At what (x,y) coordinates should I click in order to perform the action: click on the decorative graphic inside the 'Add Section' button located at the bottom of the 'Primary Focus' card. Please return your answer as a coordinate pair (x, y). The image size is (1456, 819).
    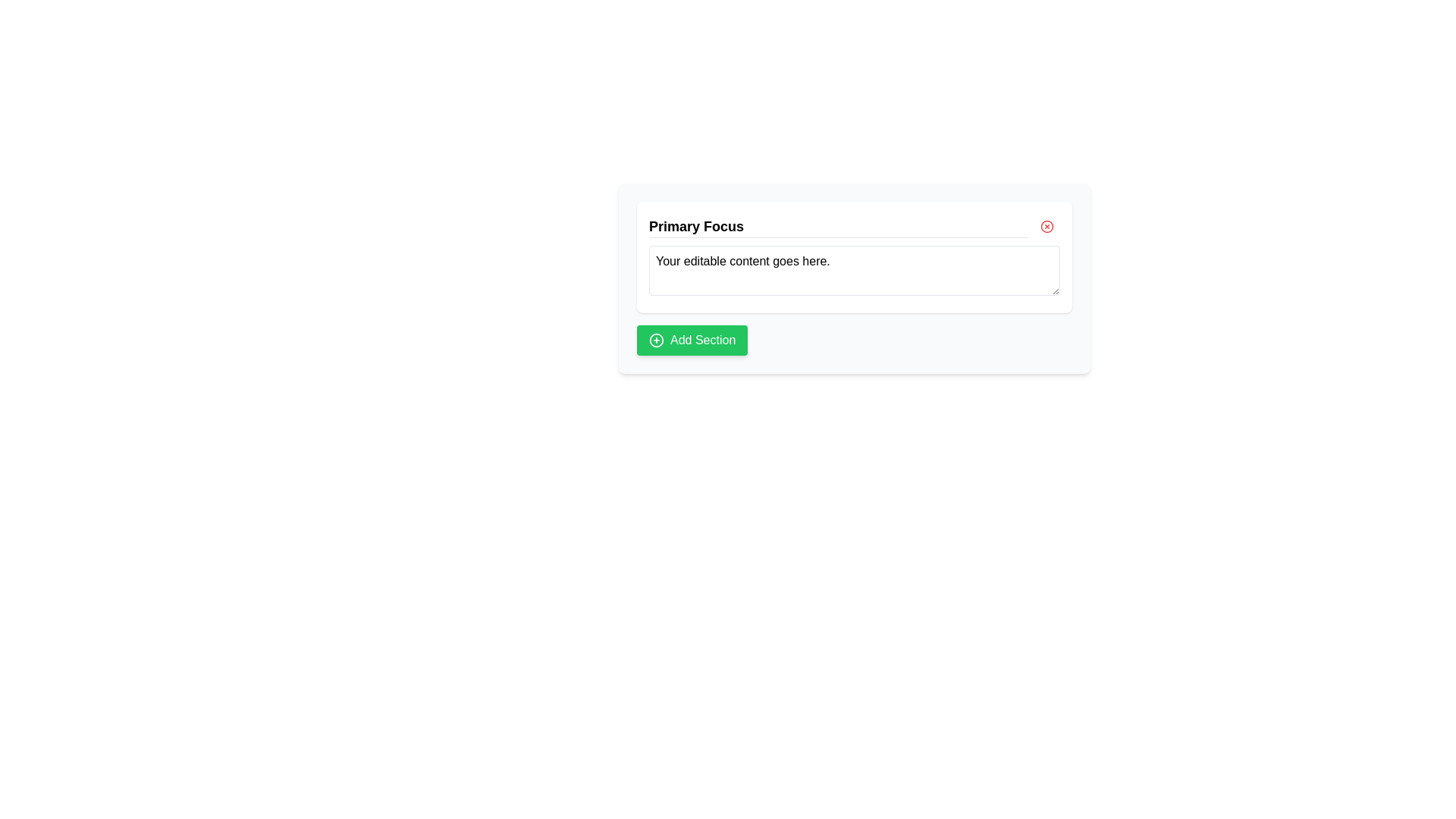
    Looking at the image, I should click on (656, 339).